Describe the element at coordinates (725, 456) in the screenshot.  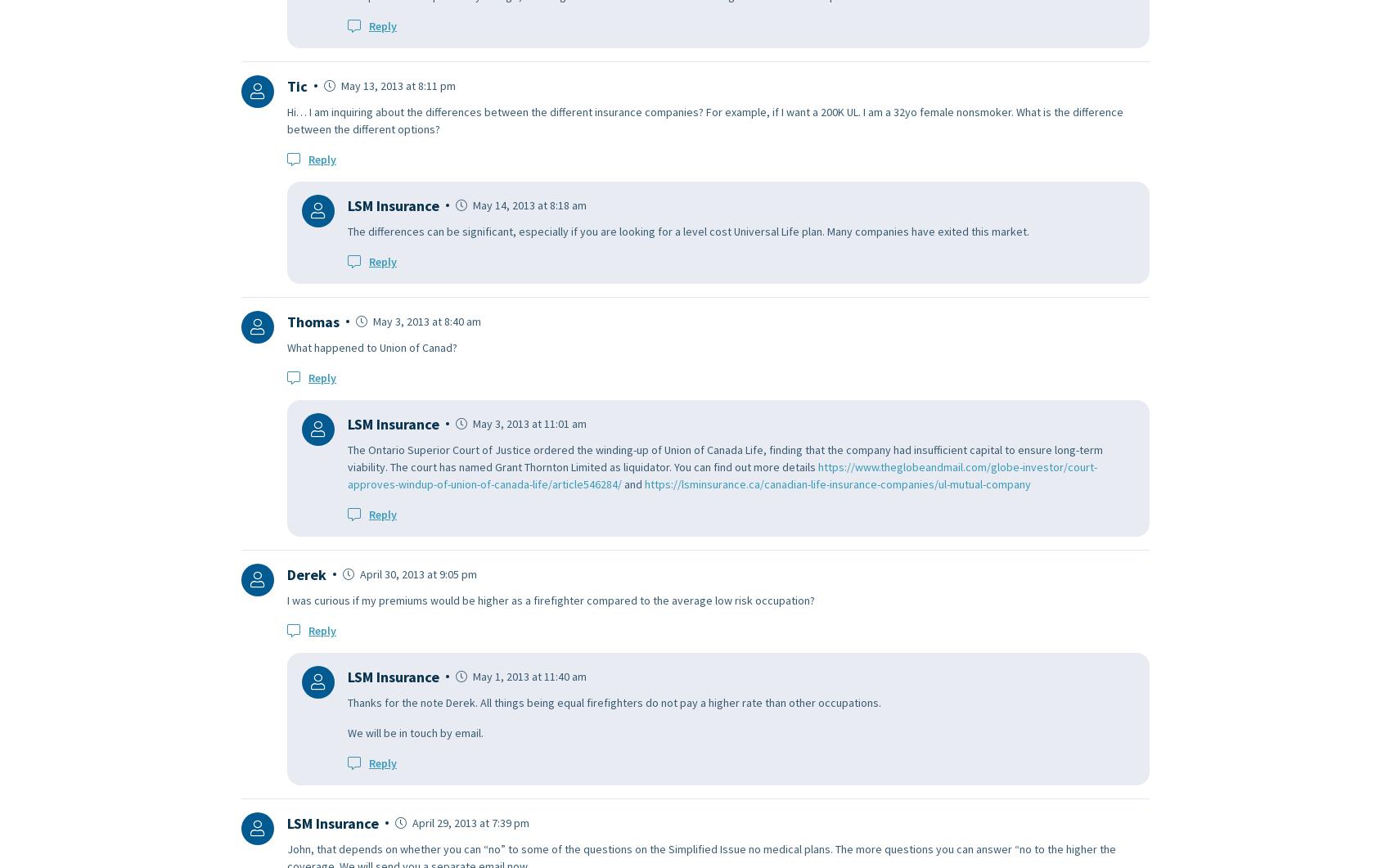
I see `'The Ontario Superior Court of Justice ordered the winding-up of Union of Canada Life, finding that the company had insufficient capital to ensure long-term viability. The court has named Grant Thornton Limited as liquidator.  You can find out more details'` at that location.